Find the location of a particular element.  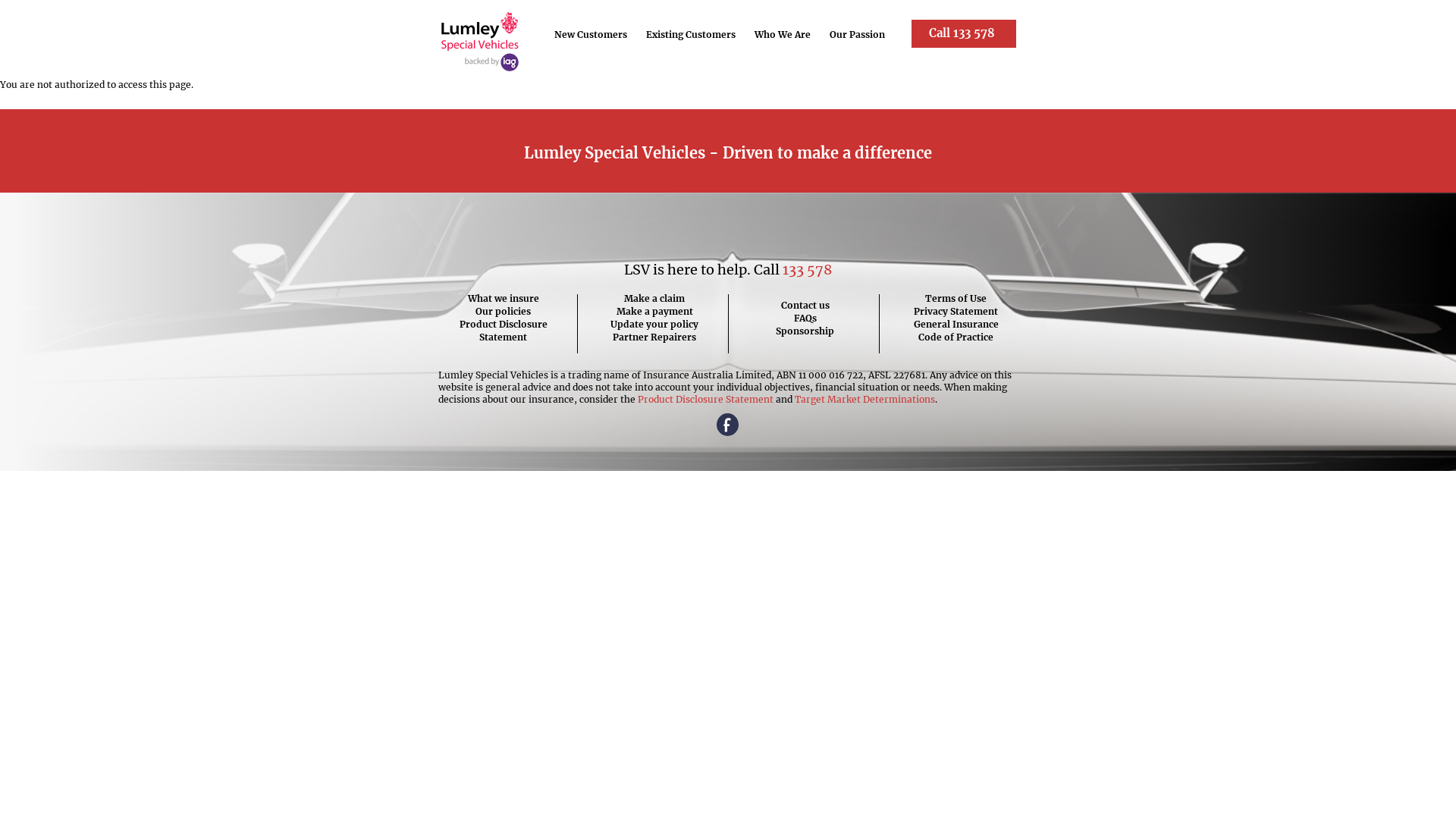

'Sponsorship' is located at coordinates (775, 330).